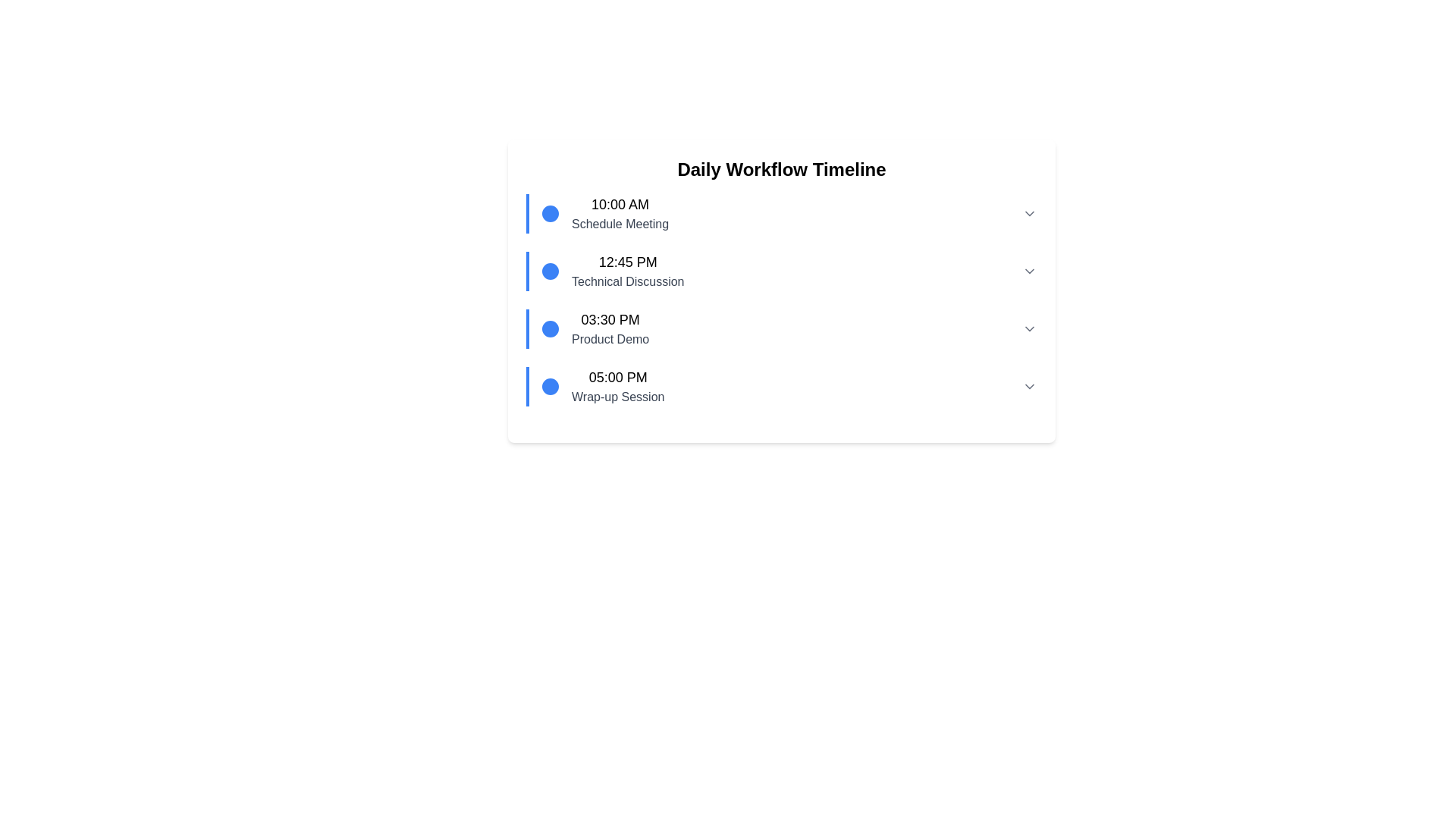 The height and width of the screenshot is (819, 1456). Describe the element at coordinates (789, 385) in the screenshot. I see `the List item in the timeline view indicating the scheduled event for 'Wrap-up Session' at '05:00 PM', which is the fourth entry in the vertical layout` at that location.